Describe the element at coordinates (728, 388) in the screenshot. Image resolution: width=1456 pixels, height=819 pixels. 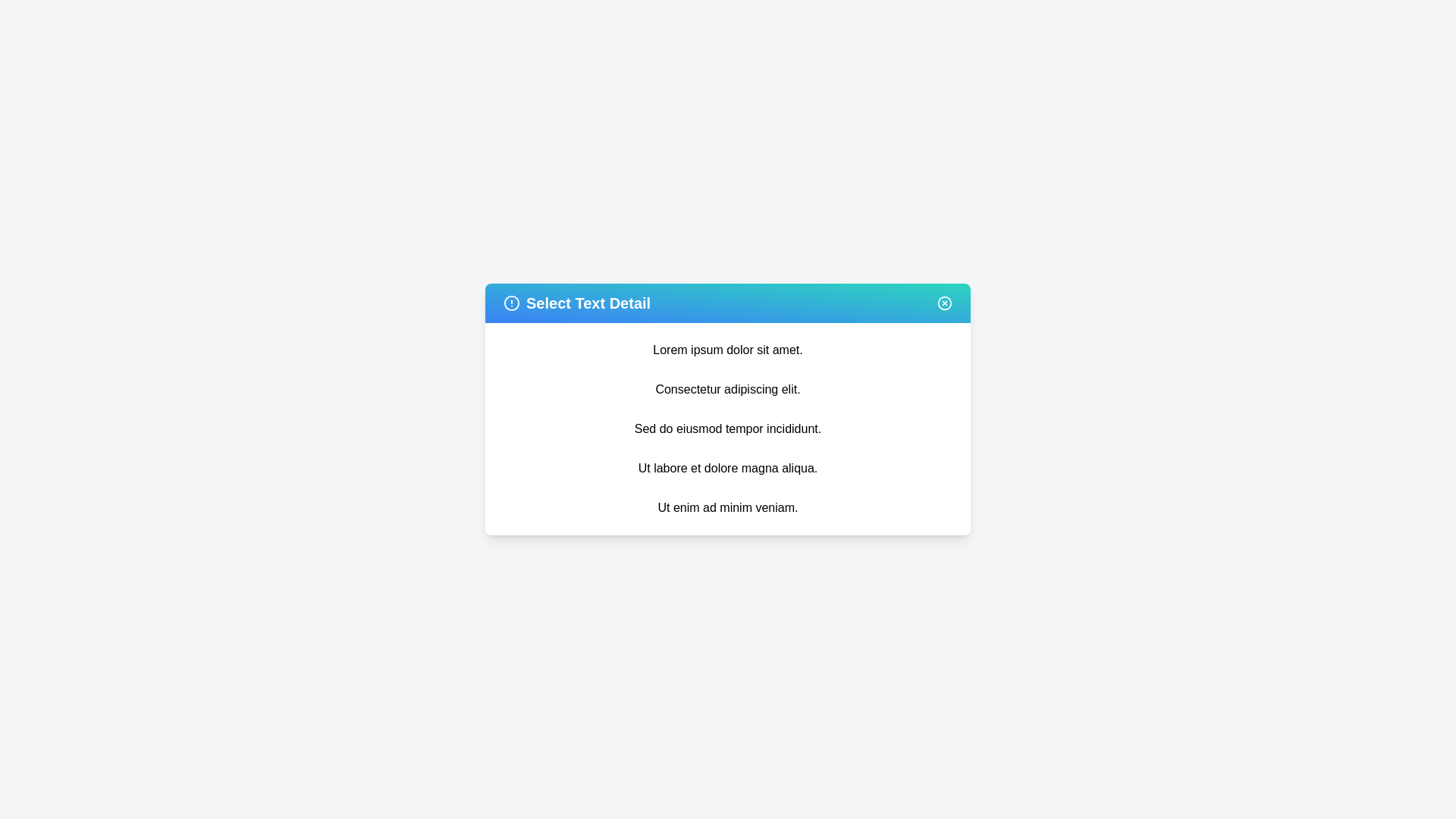
I see `the text item 'Consectetur adipiscing elit.'` at that location.